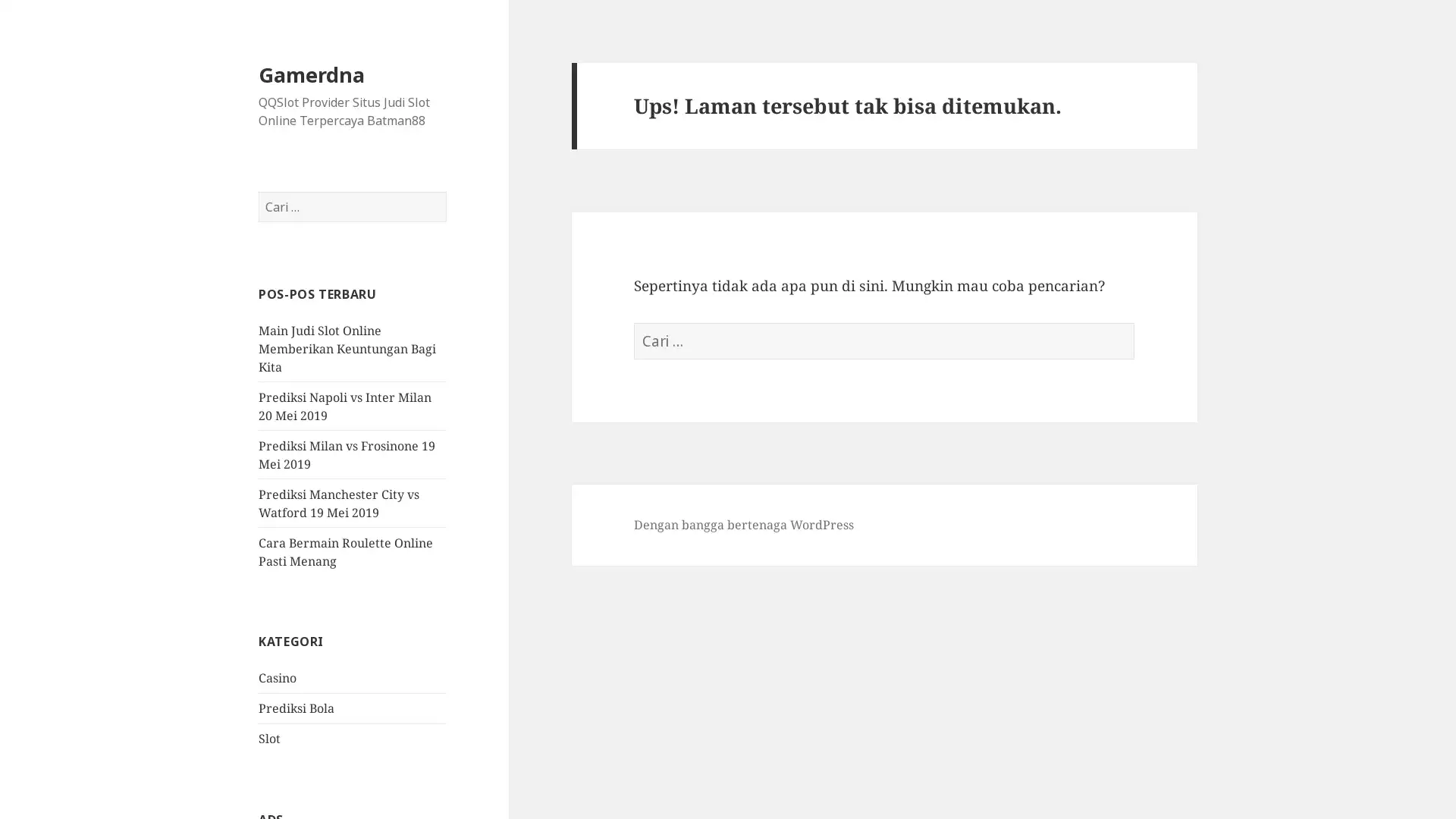 Image resolution: width=1456 pixels, height=819 pixels. What do you see at coordinates (1134, 322) in the screenshot?
I see `Cari` at bounding box center [1134, 322].